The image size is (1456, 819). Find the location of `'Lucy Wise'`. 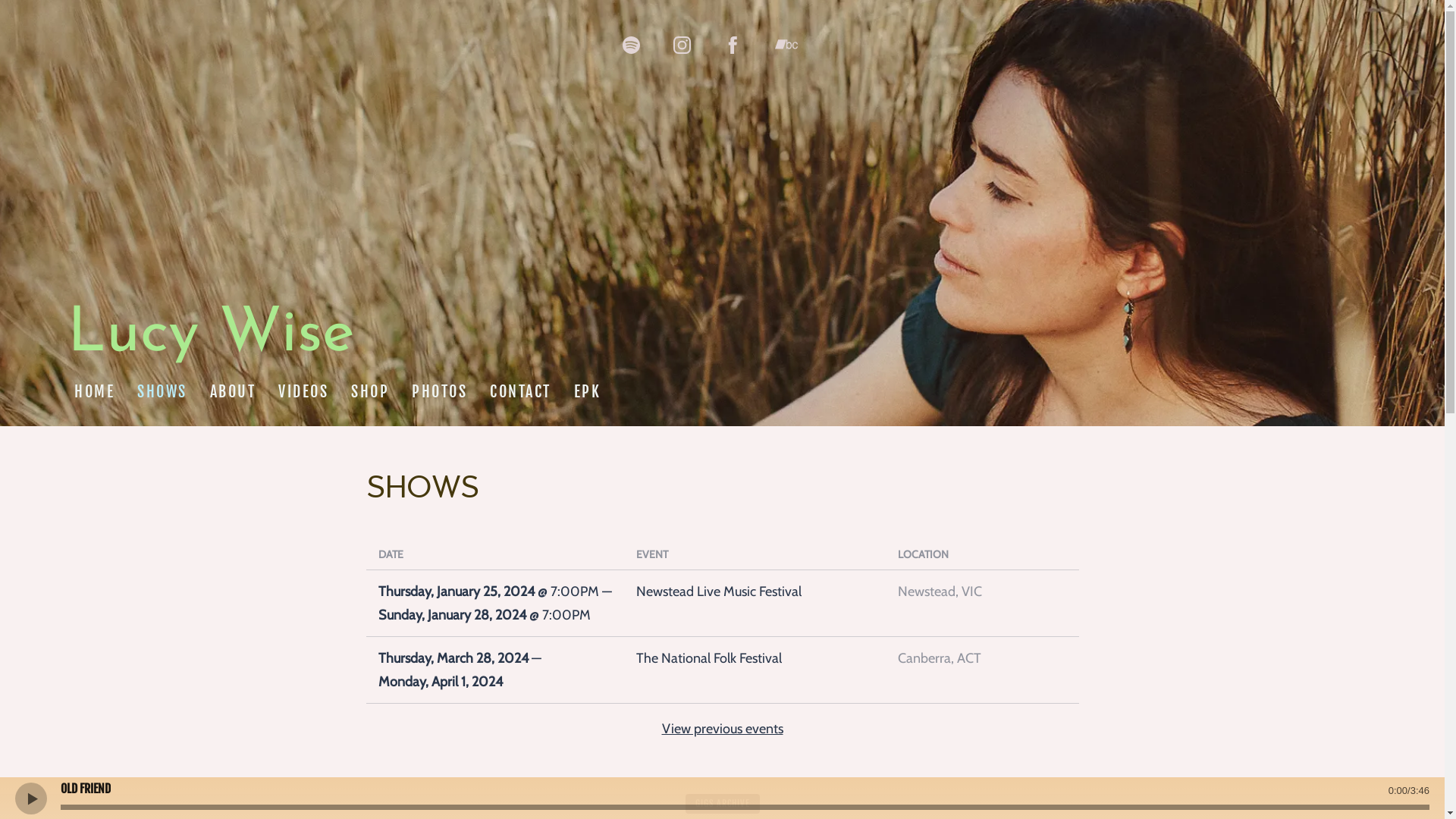

'Lucy Wise' is located at coordinates (210, 343).